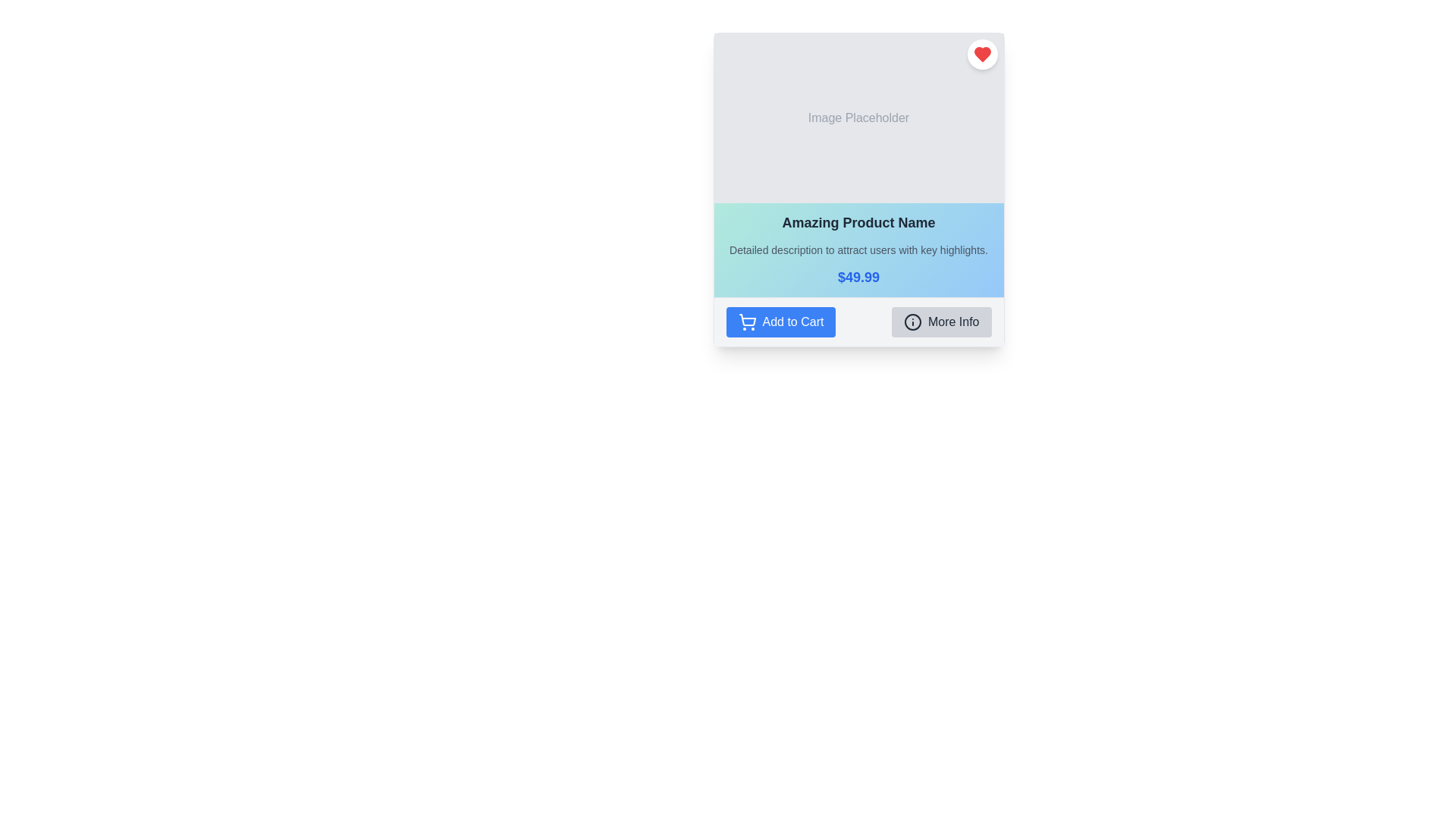 The width and height of the screenshot is (1456, 819). I want to click on text label that provides an additional description, located beneath the product name 'Amazing Product Name' and above the price '$49.99', so click(858, 249).